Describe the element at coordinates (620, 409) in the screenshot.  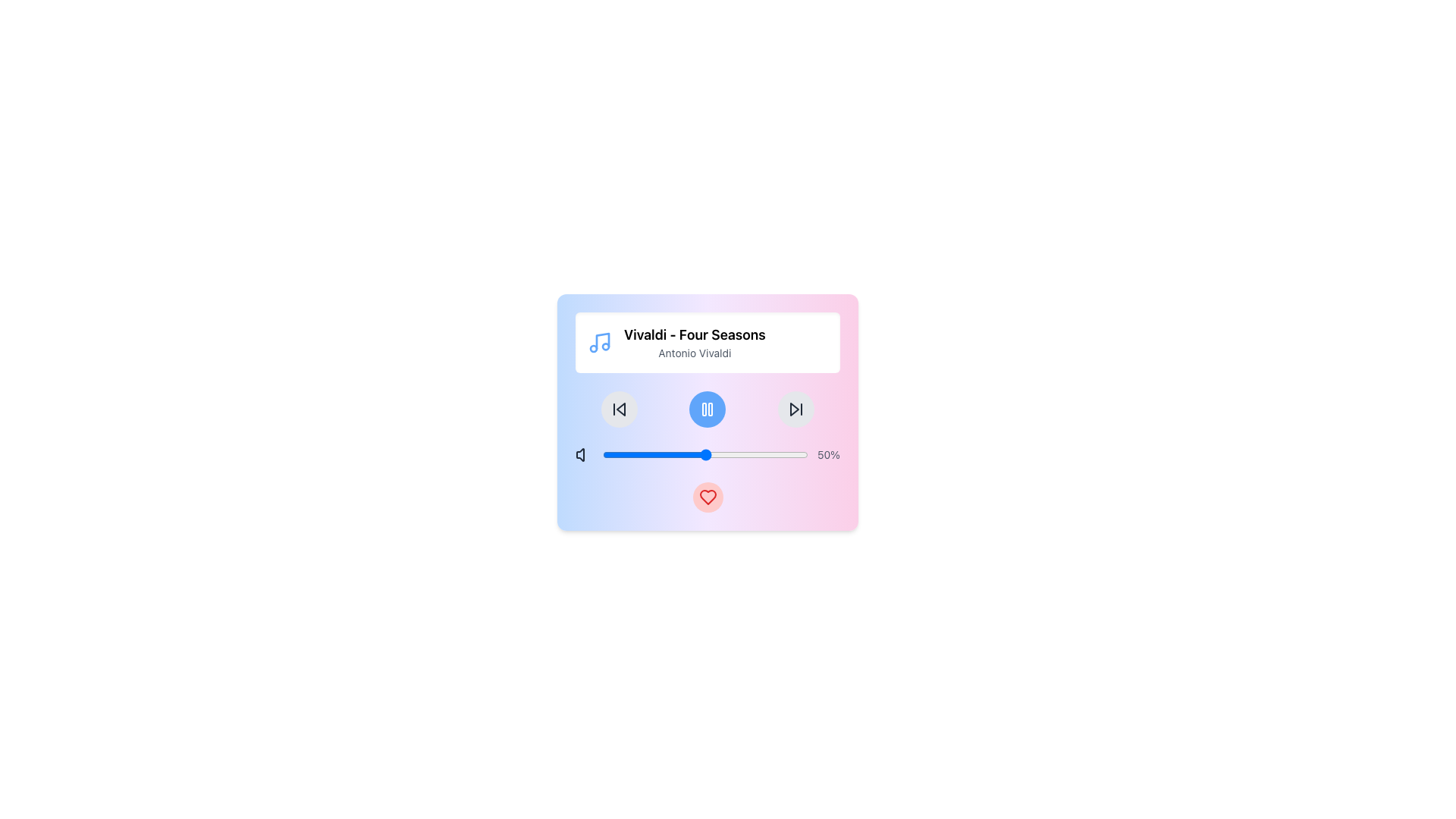
I see `the leftmost circular button in the music control section` at that location.